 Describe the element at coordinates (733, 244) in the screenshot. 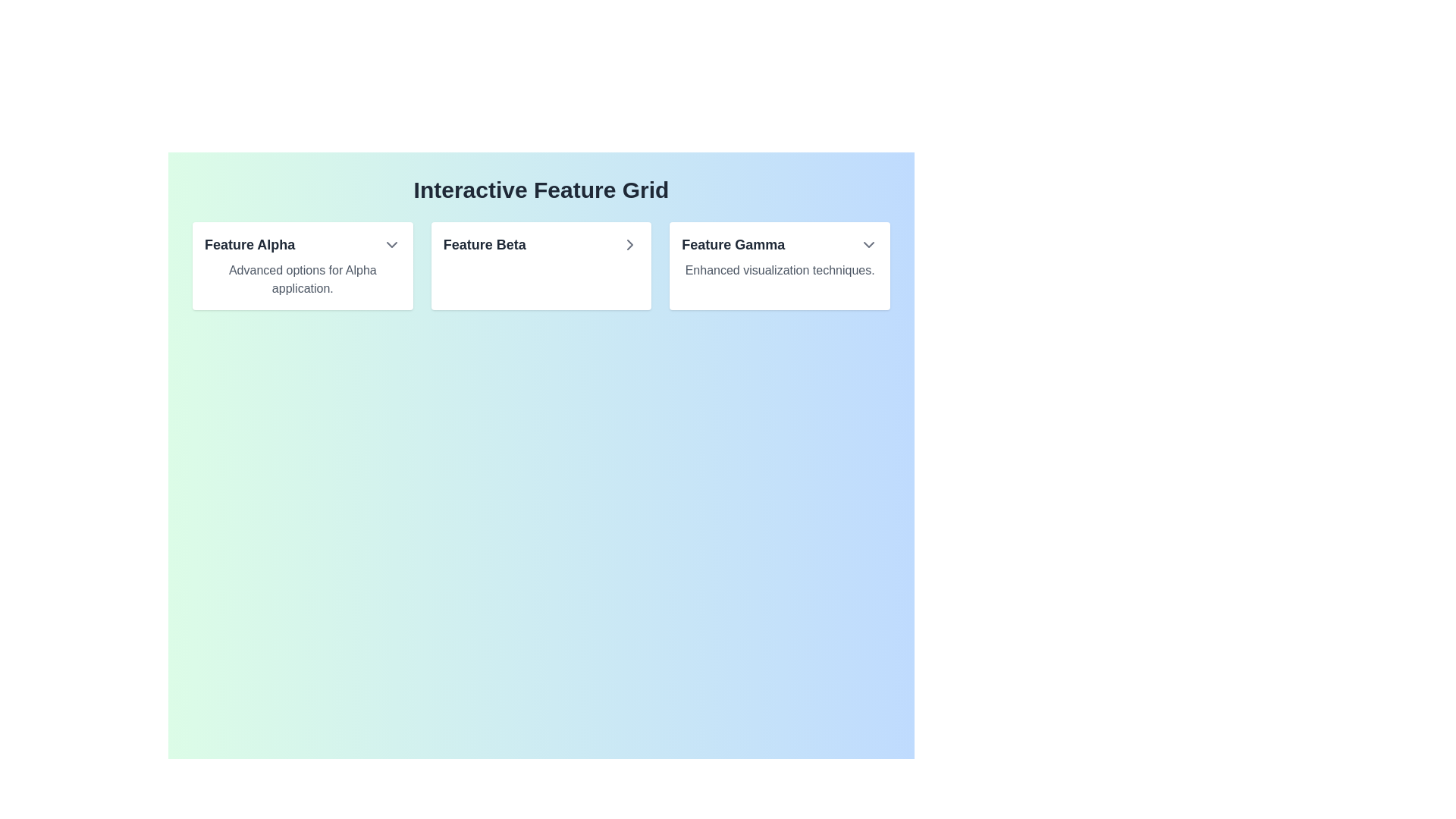

I see `the title text of the third feature card, which provides context and summary for the options within` at that location.